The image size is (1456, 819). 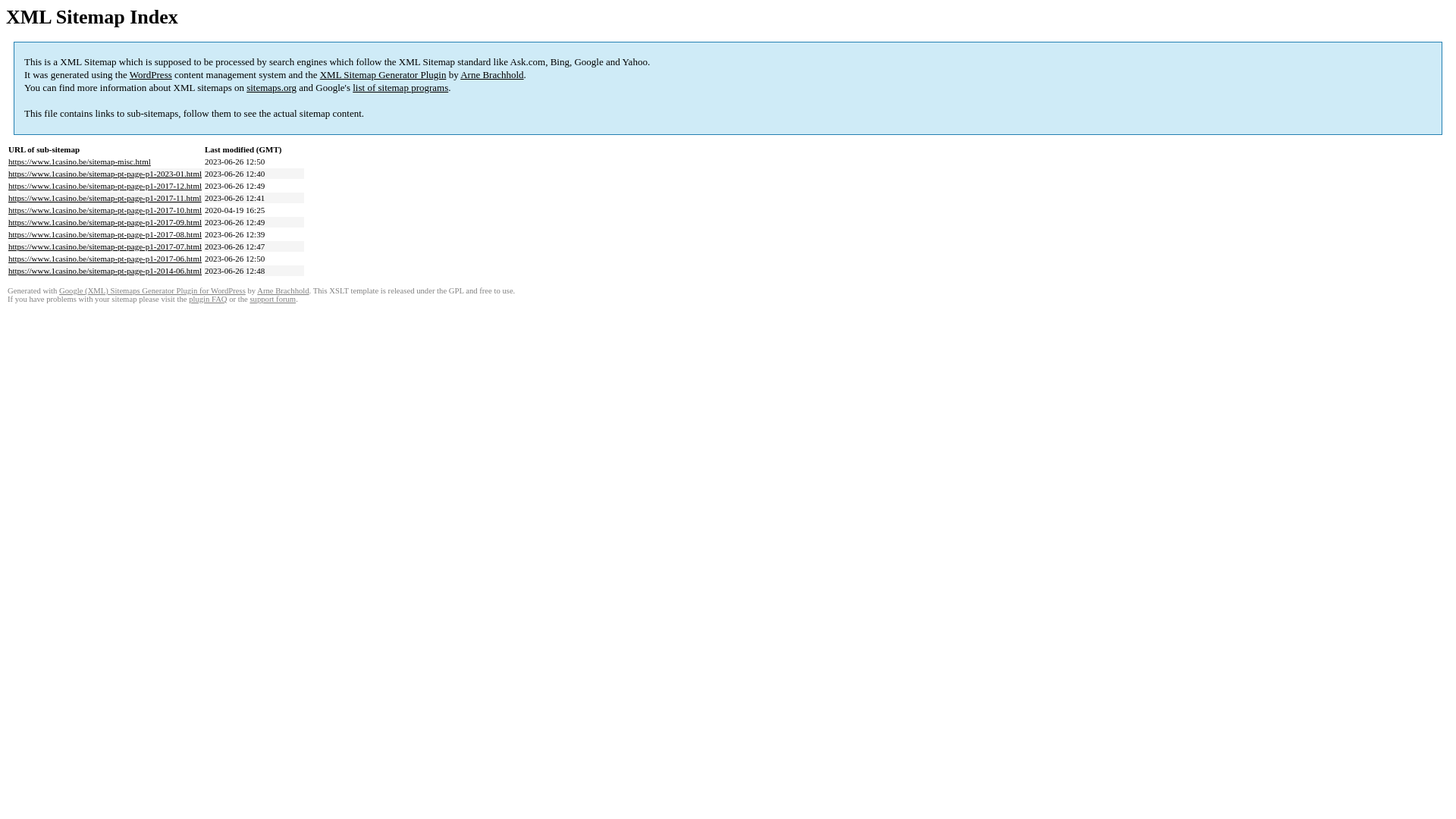 I want to click on 'list of sitemap programs', so click(x=400, y=87).